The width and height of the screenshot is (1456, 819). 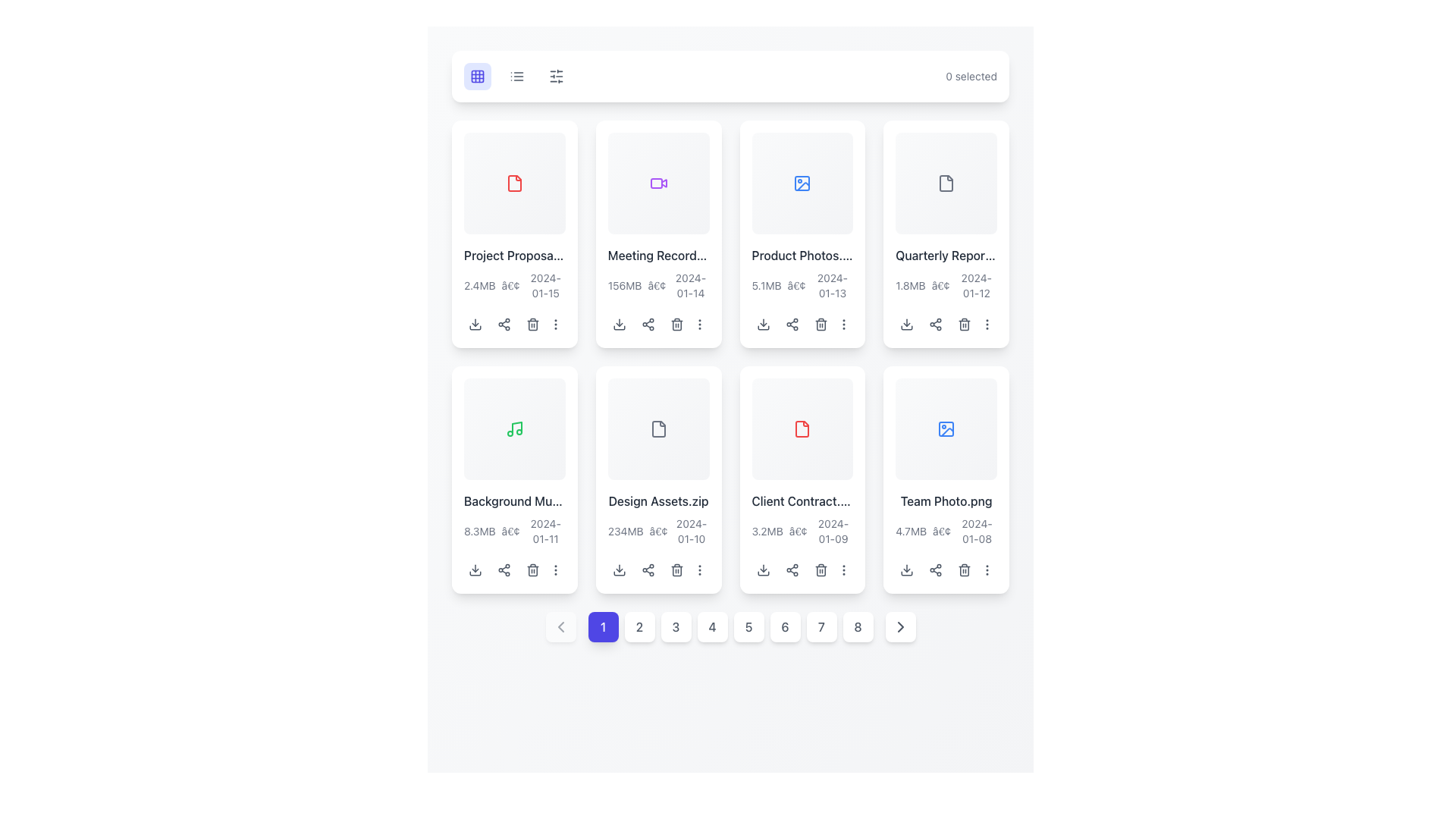 I want to click on the hyperlink-like element for 'Quarterly Report.xlsx' located in the top-right of the card layout, so click(x=946, y=273).